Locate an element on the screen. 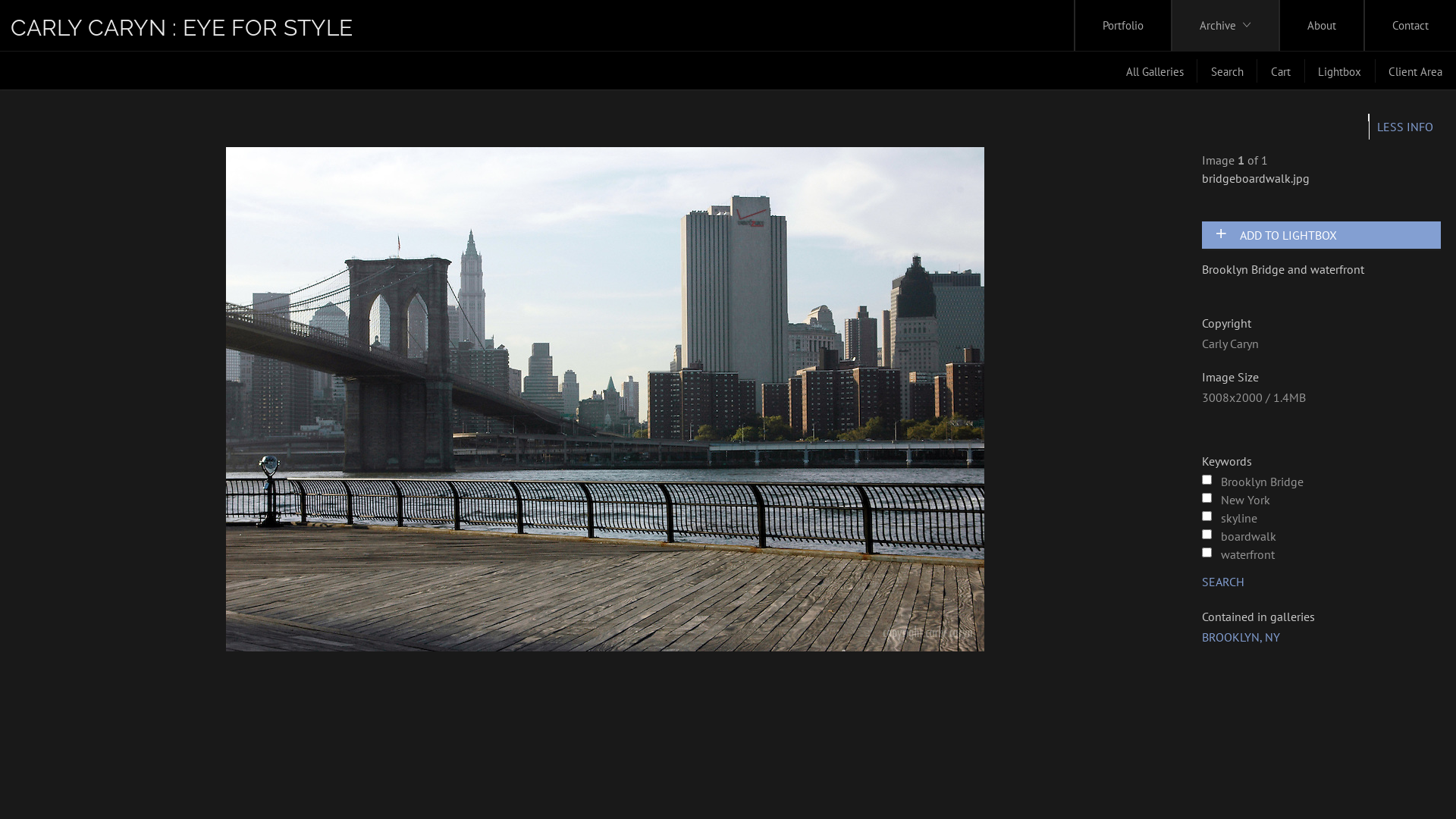 The height and width of the screenshot is (819, 1456). 'Info' is located at coordinates (1404, 125).